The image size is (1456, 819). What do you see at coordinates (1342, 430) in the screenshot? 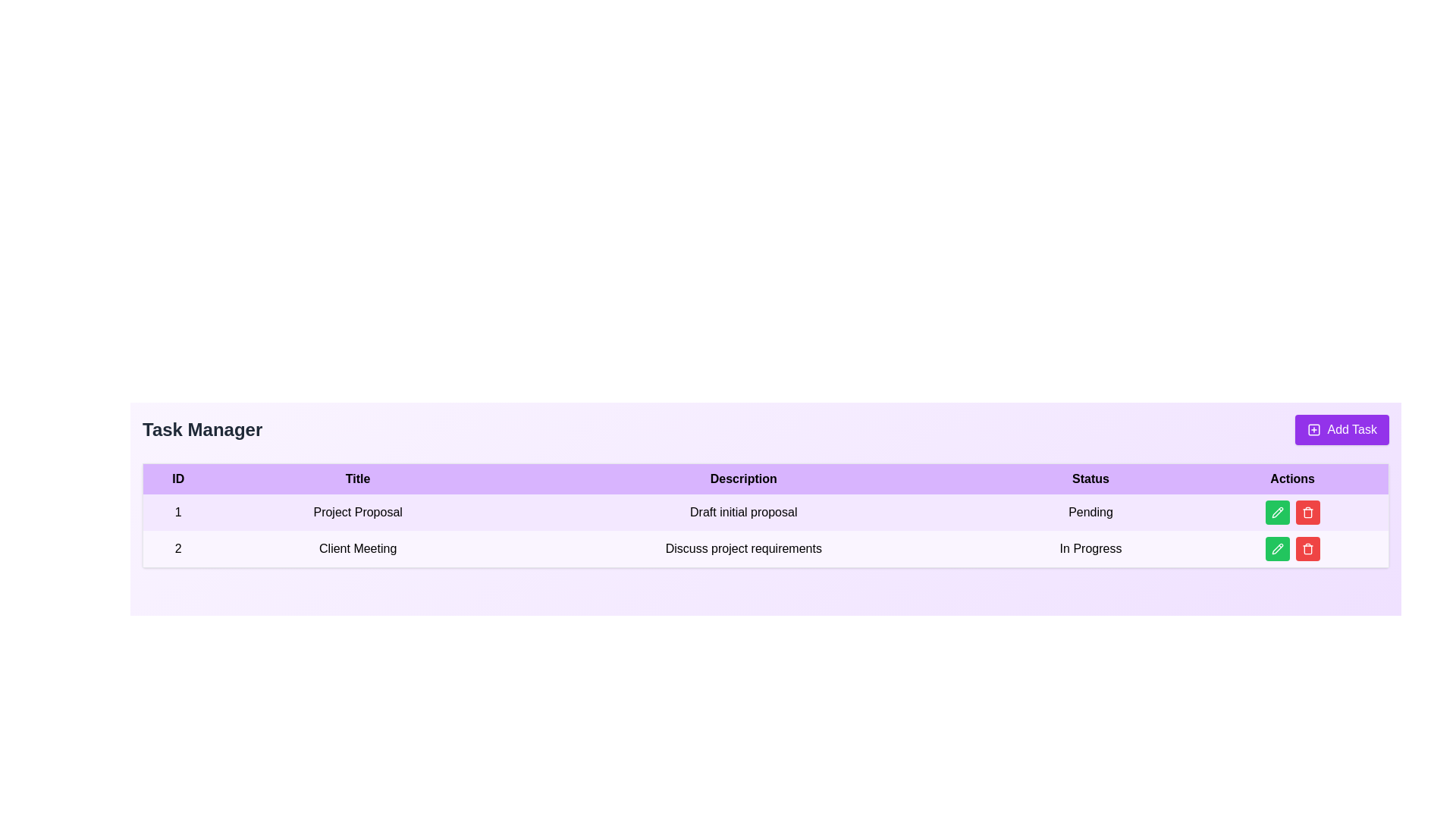
I see `the purple 'Add Task' button with a white outlined 'plus' icon in the top-right corner of the 'Task Manager' section` at bounding box center [1342, 430].